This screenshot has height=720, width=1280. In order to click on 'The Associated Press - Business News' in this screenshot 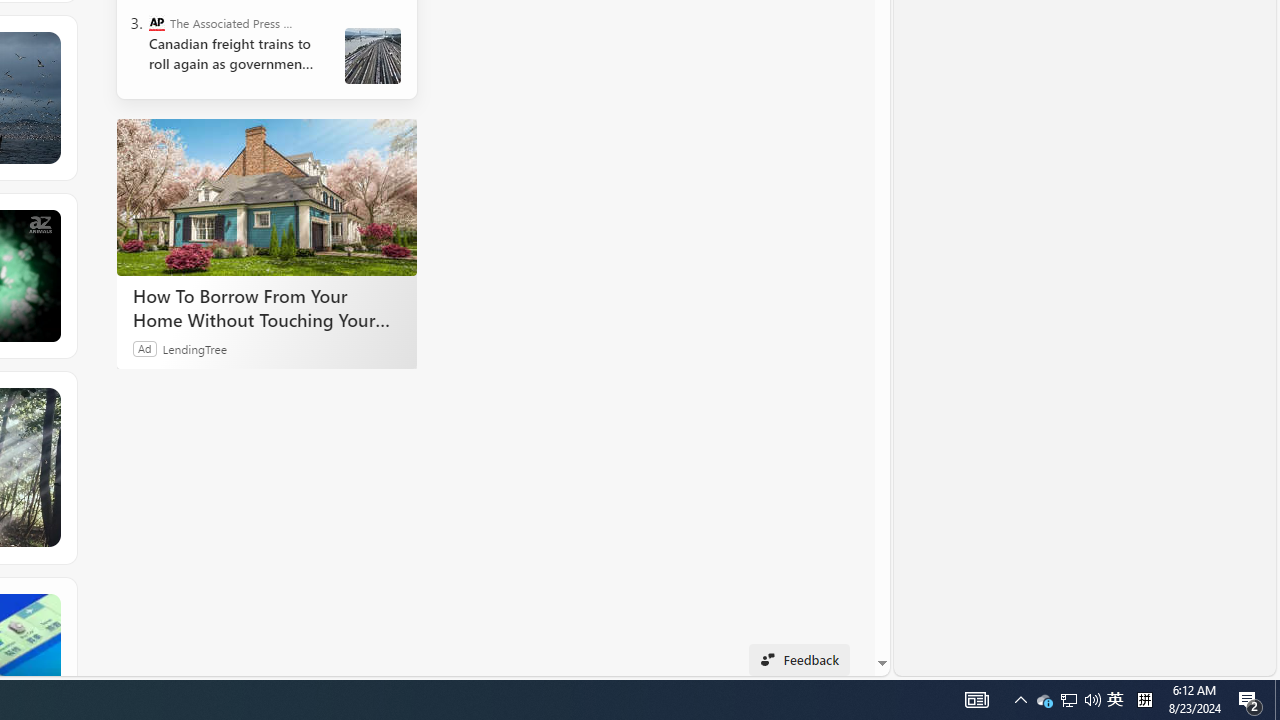, I will do `click(155, 23)`.